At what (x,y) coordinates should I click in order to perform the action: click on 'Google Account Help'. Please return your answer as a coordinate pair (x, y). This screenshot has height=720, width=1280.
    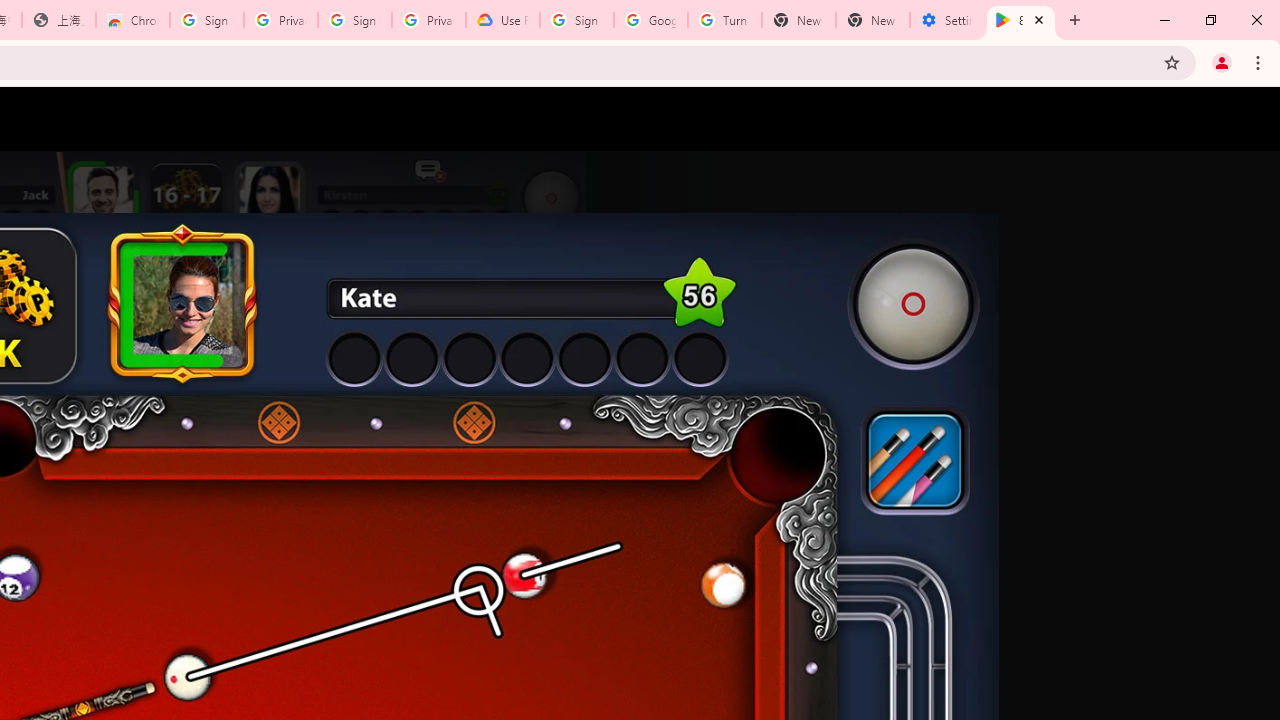
    Looking at the image, I should click on (651, 20).